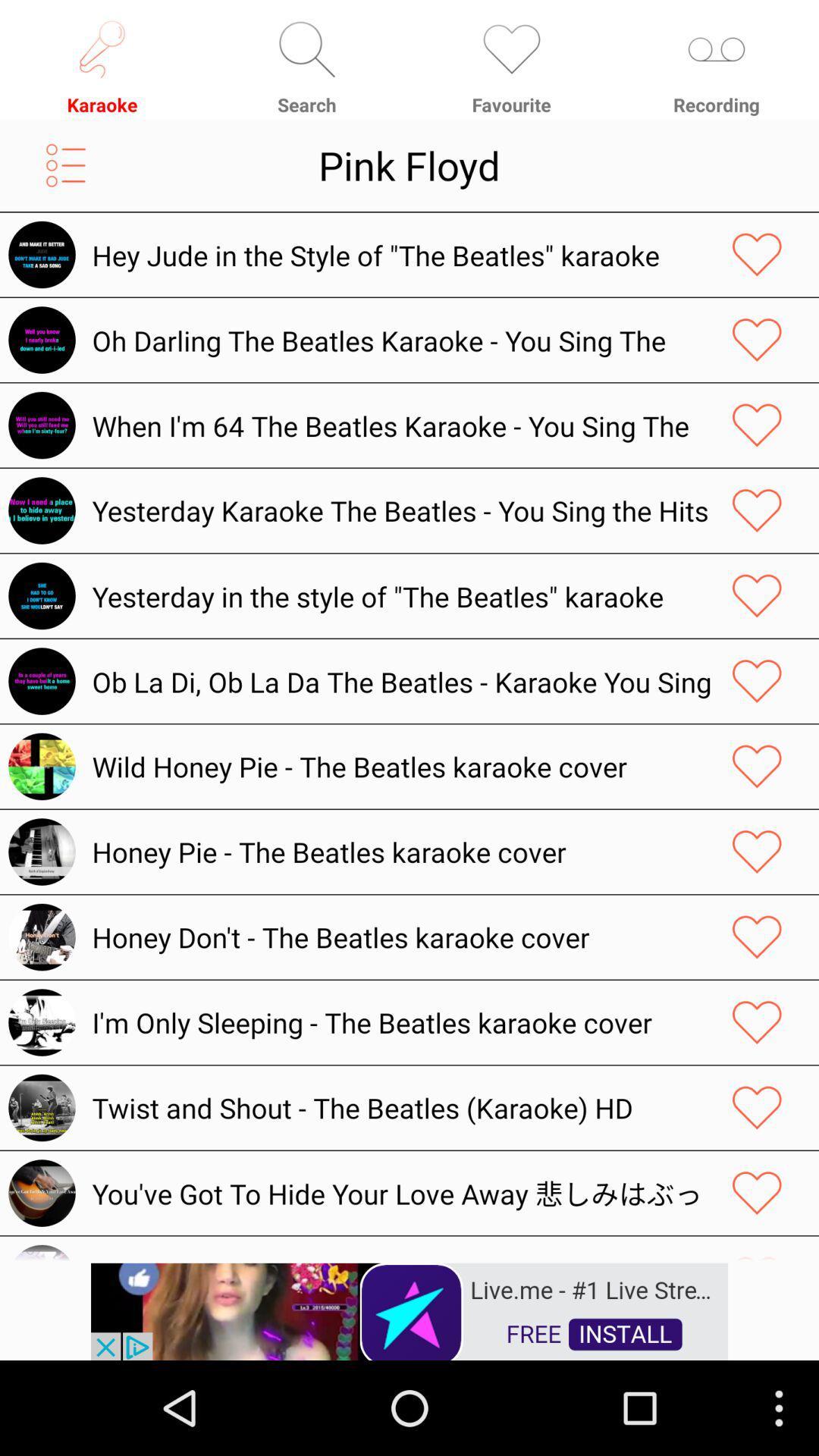  Describe the element at coordinates (41, 425) in the screenshot. I see `the third image` at that location.